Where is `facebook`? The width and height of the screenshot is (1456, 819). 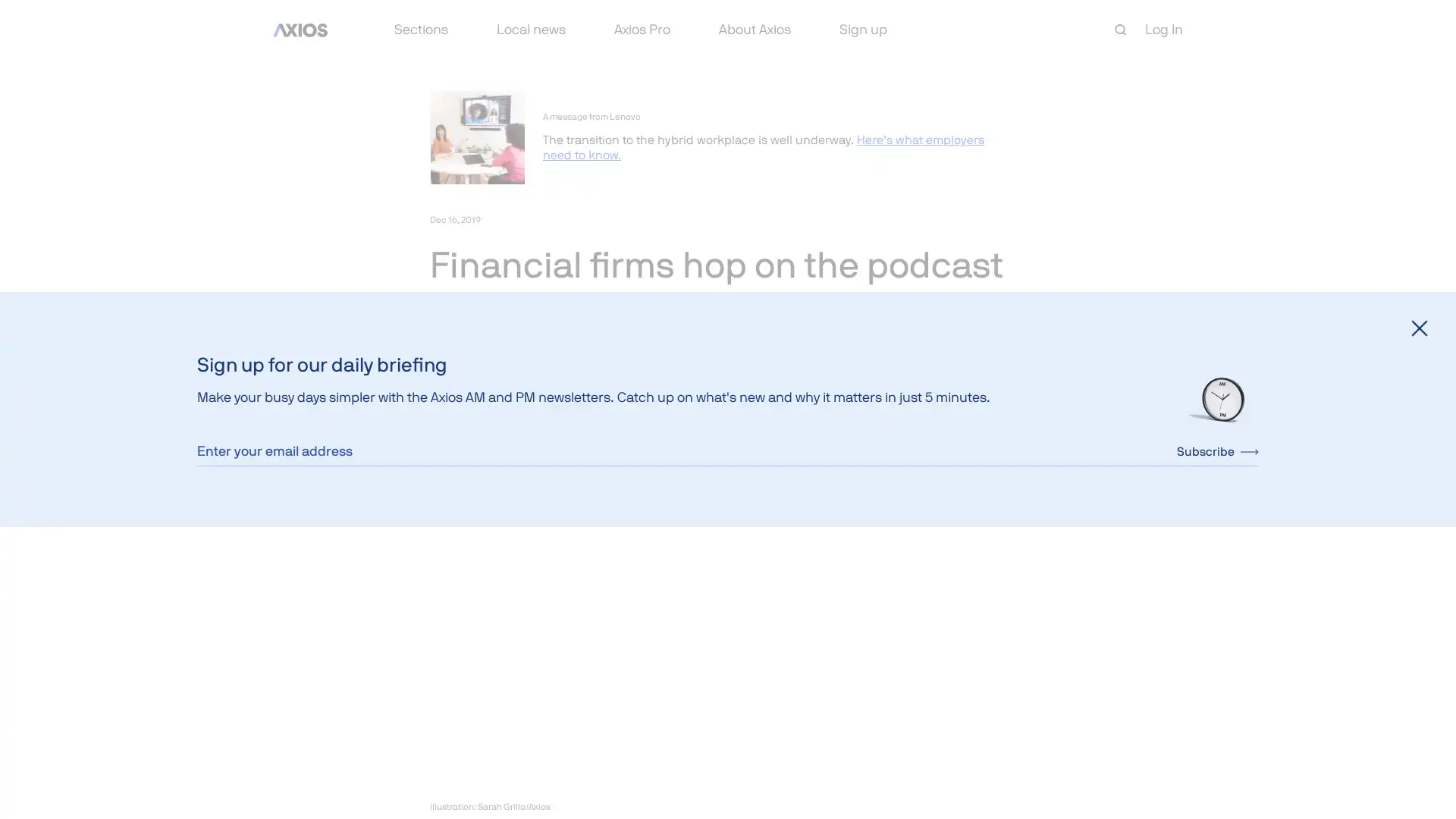
facebook is located at coordinates (440, 412).